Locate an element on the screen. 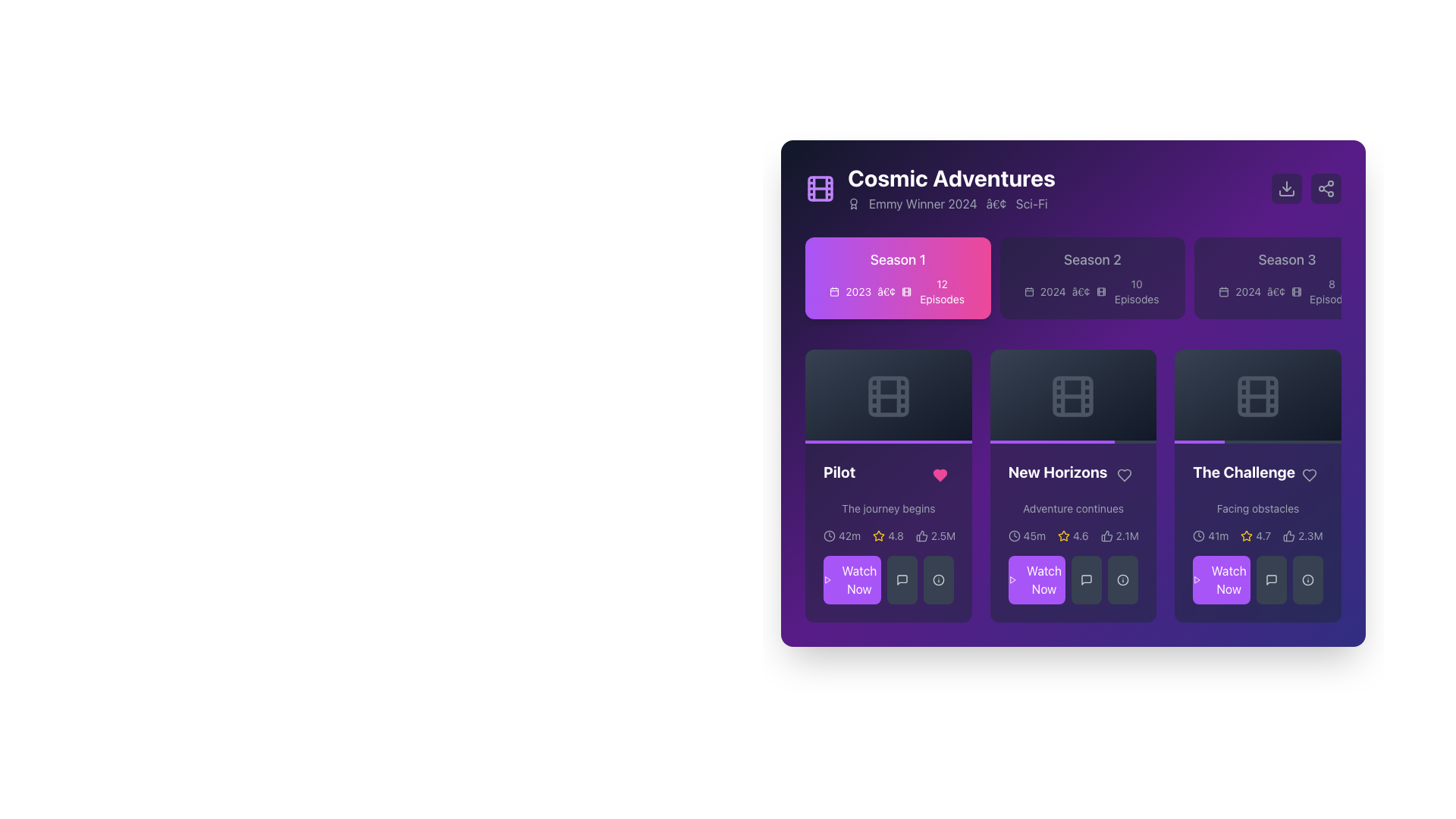 The width and height of the screenshot is (1456, 819). the like button located in the upper-right segment of the 'Pilot' card, which is positioned to the right of the text-title 'Pilot', to indicate a preference or add it to favorites is located at coordinates (939, 474).